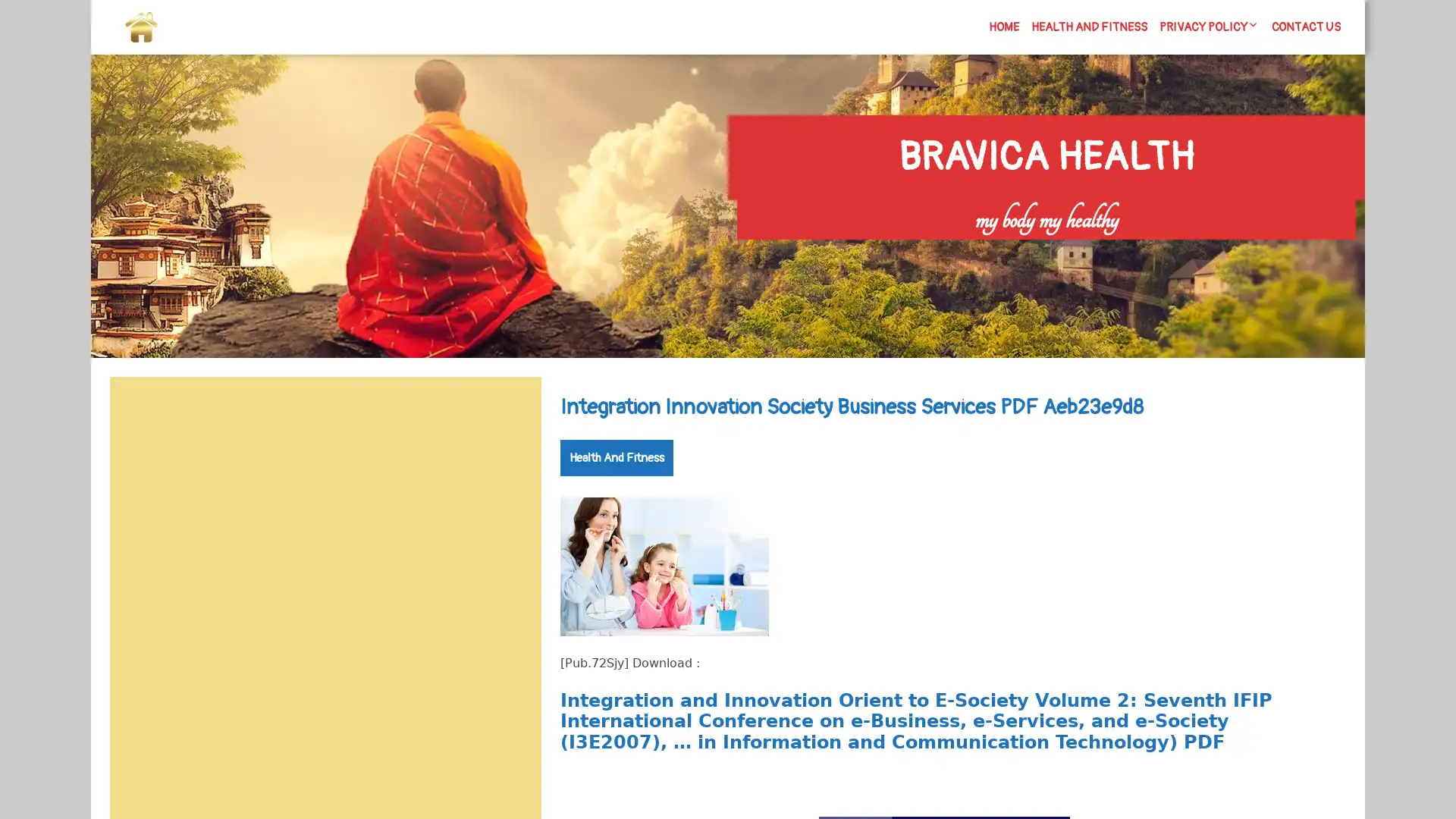 Image resolution: width=1456 pixels, height=819 pixels. What do you see at coordinates (506, 413) in the screenshot?
I see `Search` at bounding box center [506, 413].